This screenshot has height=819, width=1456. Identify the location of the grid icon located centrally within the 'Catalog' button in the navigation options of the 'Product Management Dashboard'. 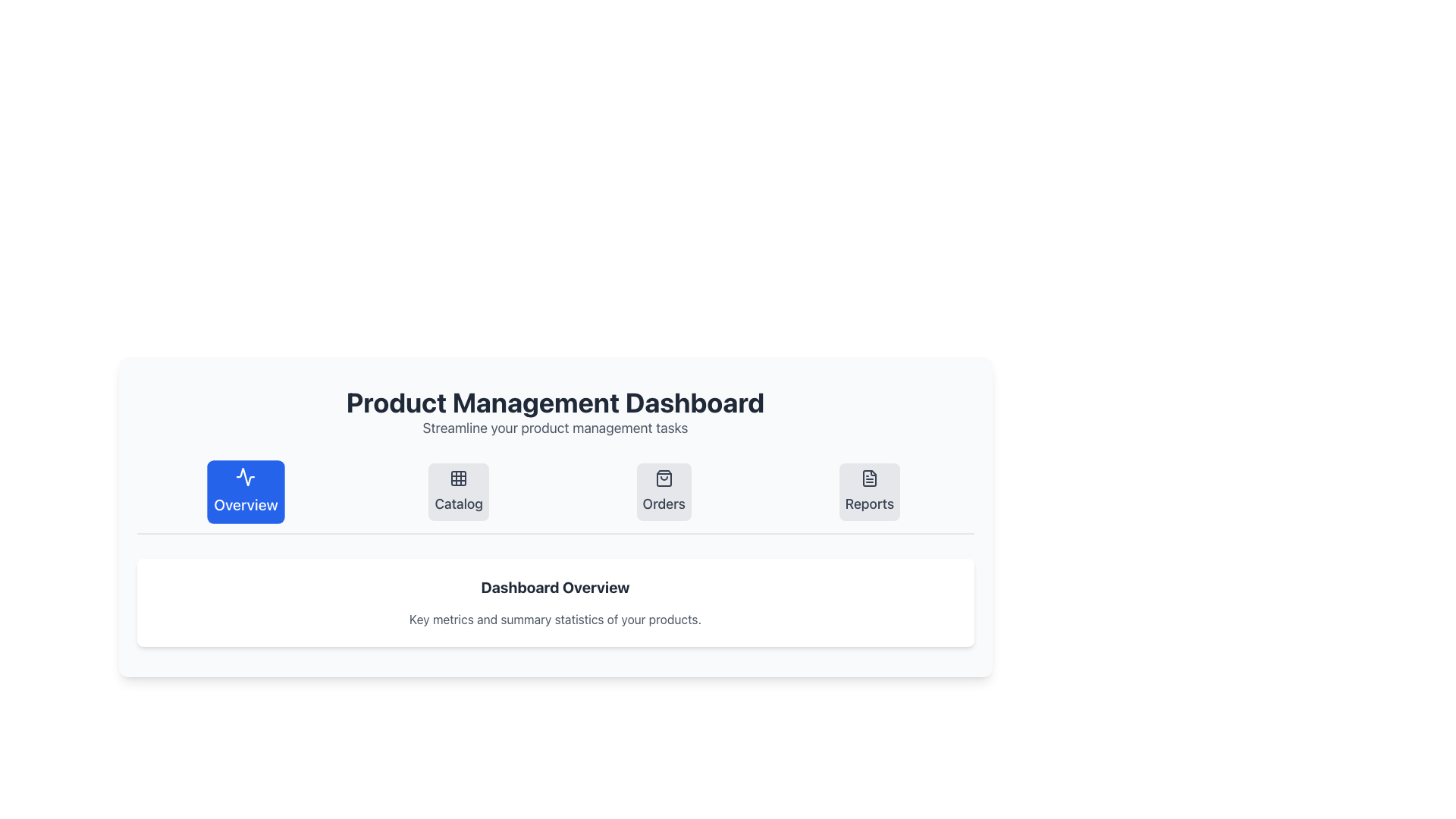
(458, 479).